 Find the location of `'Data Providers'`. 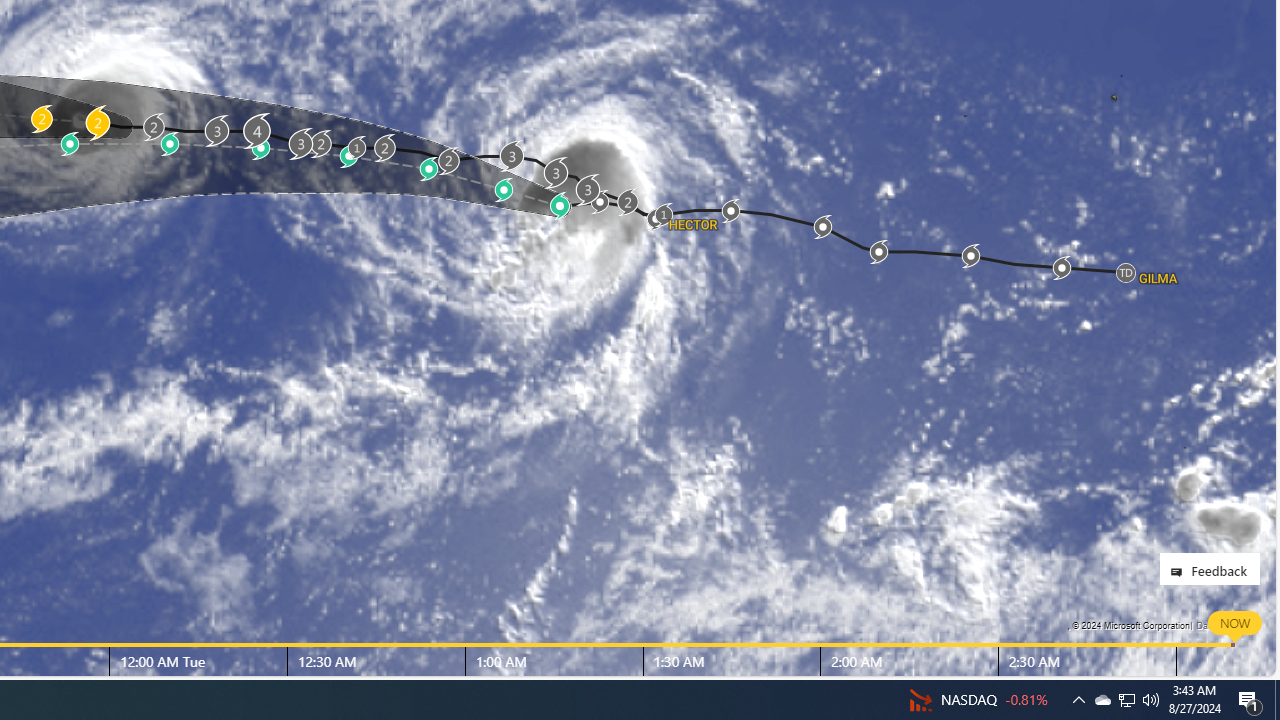

'Data Providers' is located at coordinates (1224, 624).